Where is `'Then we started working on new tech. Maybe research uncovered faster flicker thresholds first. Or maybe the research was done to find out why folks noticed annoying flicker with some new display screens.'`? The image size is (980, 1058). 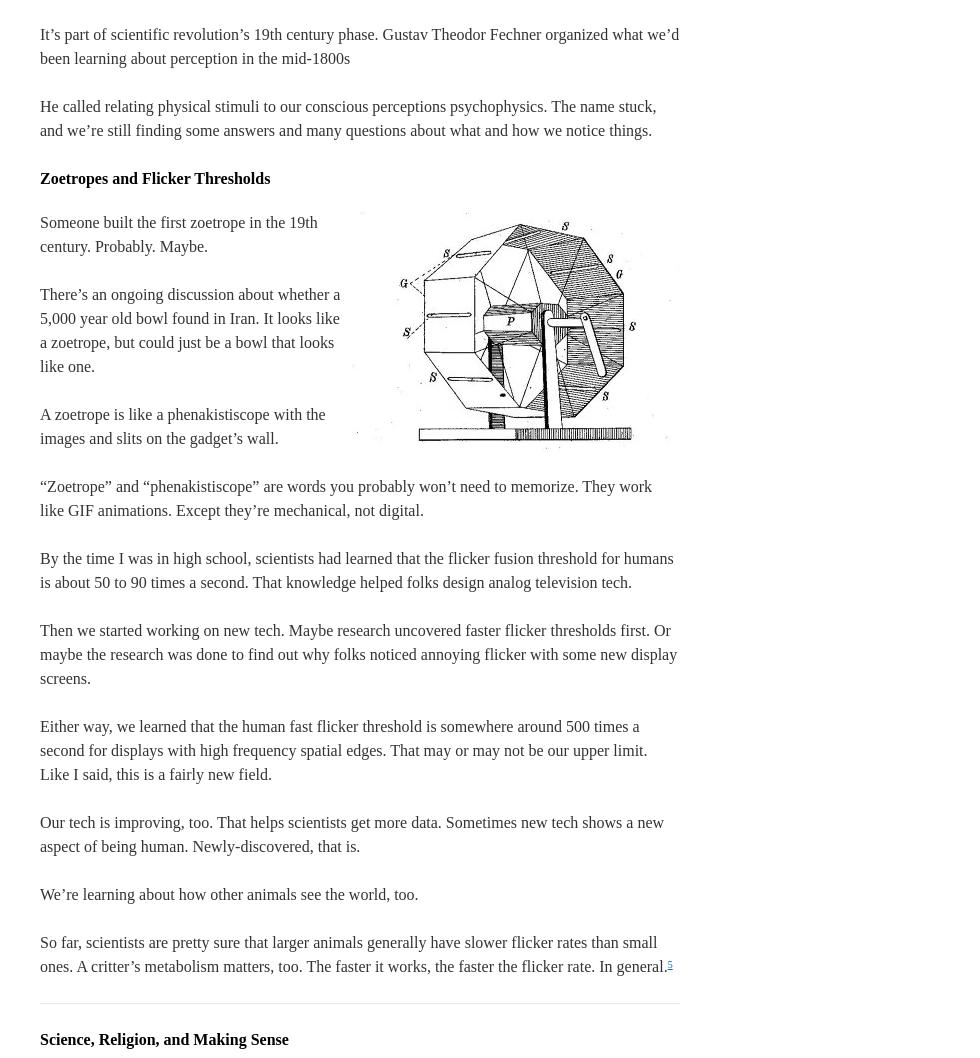
'Then we started working on new tech. Maybe research uncovered faster flicker thresholds first. Or maybe the research was done to find out why folks noticed annoying flicker with some new display screens.' is located at coordinates (358, 653).